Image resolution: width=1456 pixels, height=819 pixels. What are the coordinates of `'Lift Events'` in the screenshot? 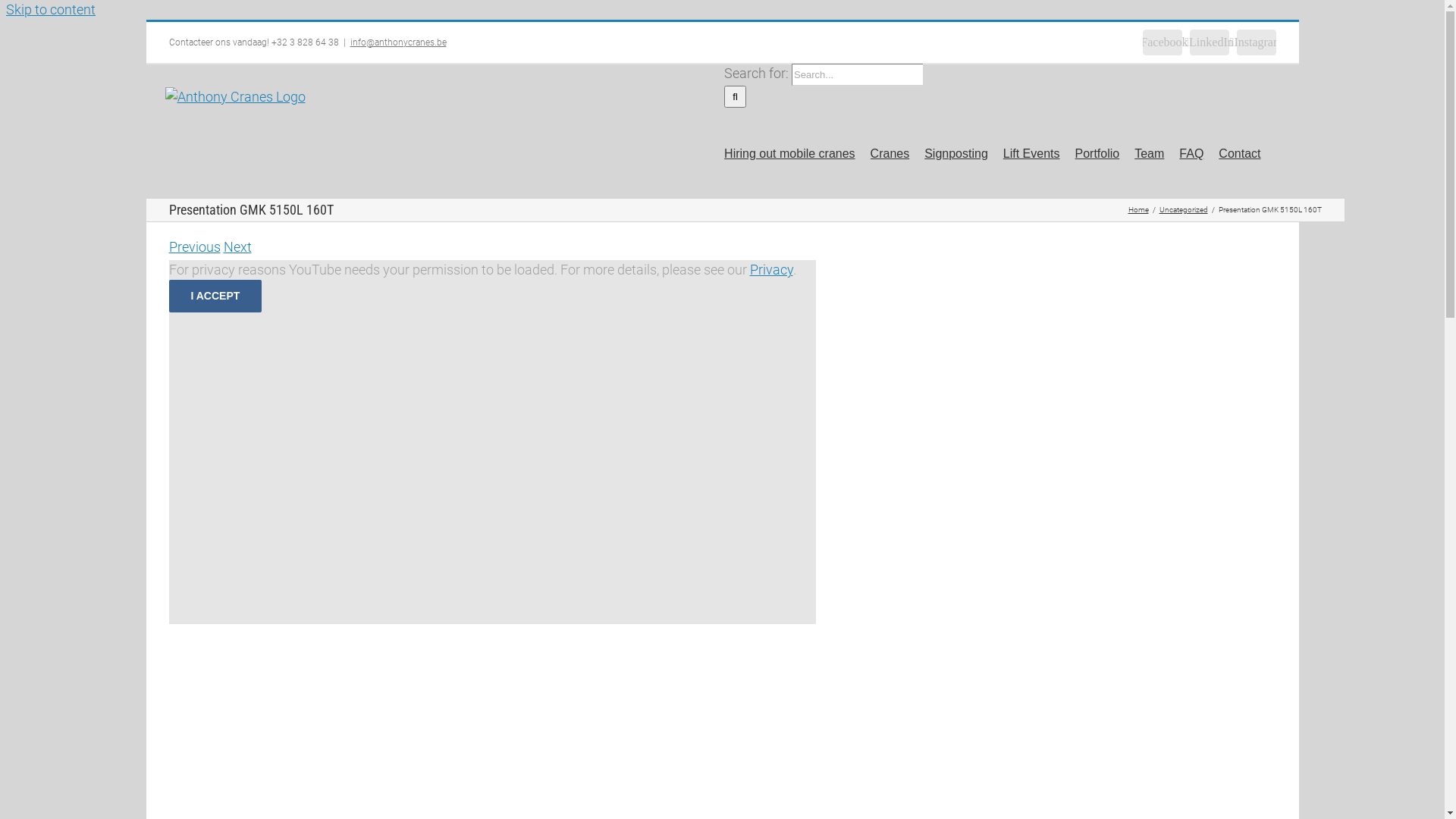 It's located at (1031, 152).